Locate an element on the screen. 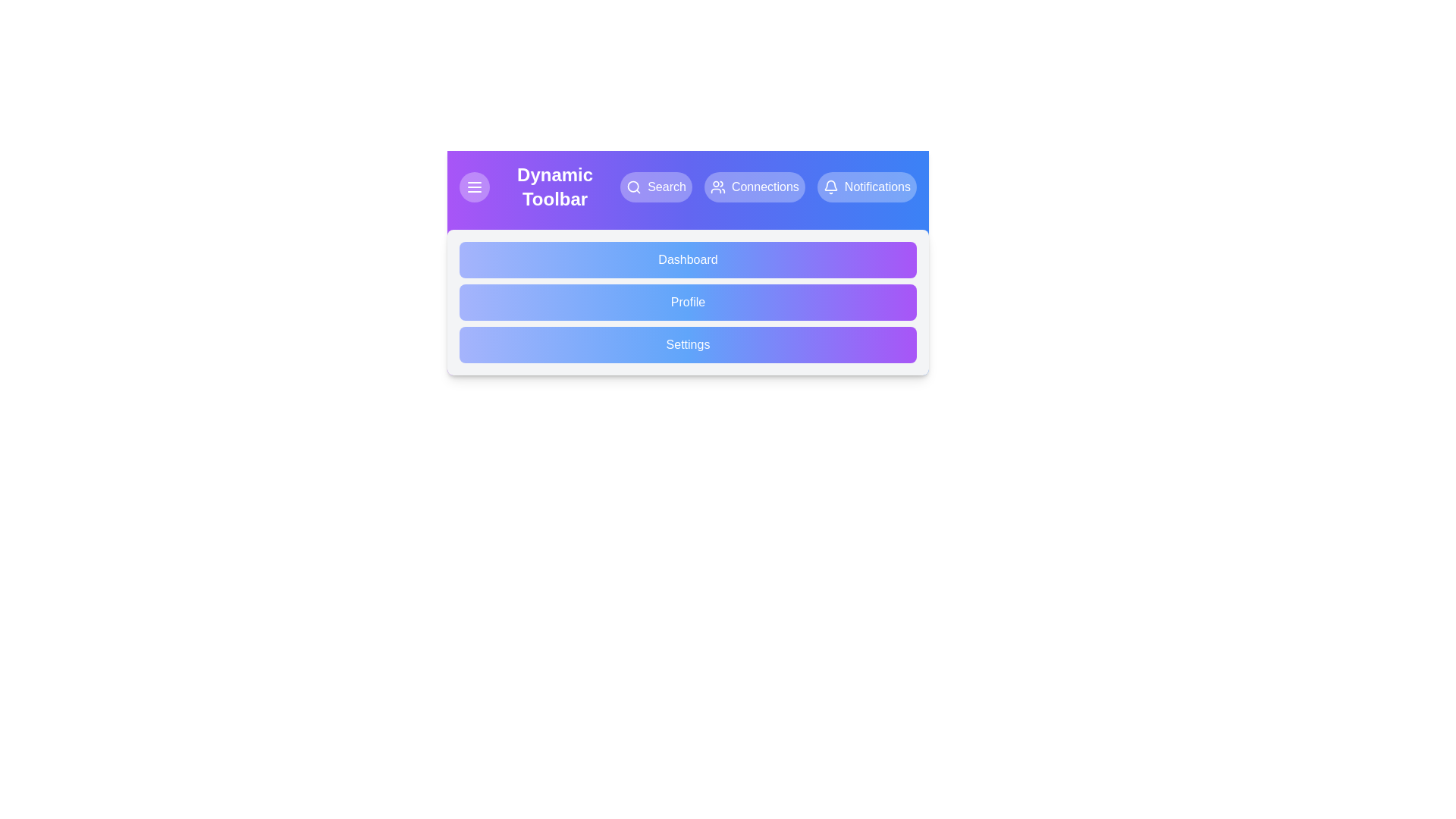 This screenshot has height=819, width=1456. the 'Connections' button to view connections is located at coordinates (754, 186).